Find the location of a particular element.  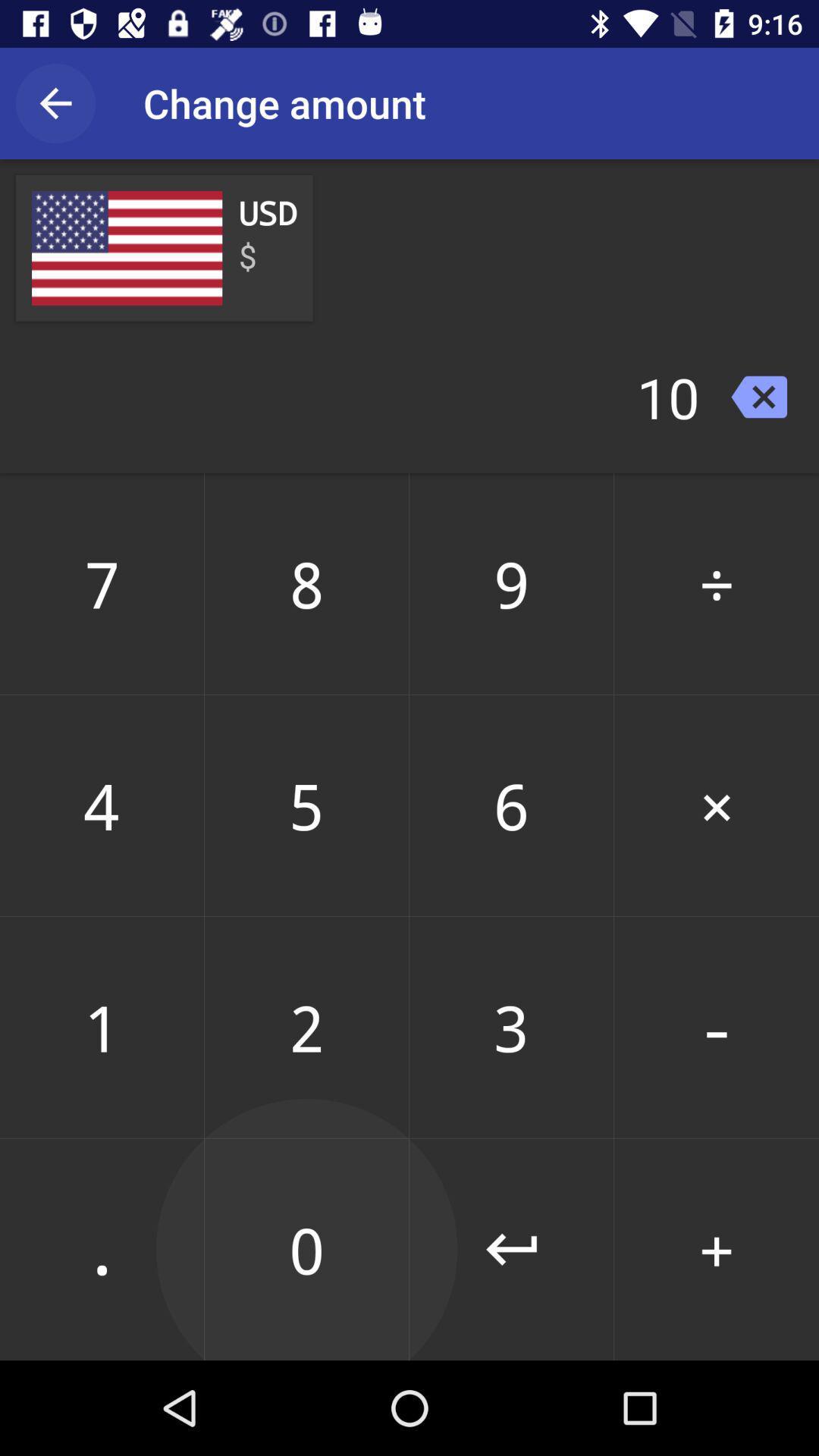

the number next to 8 is located at coordinates (511, 582).